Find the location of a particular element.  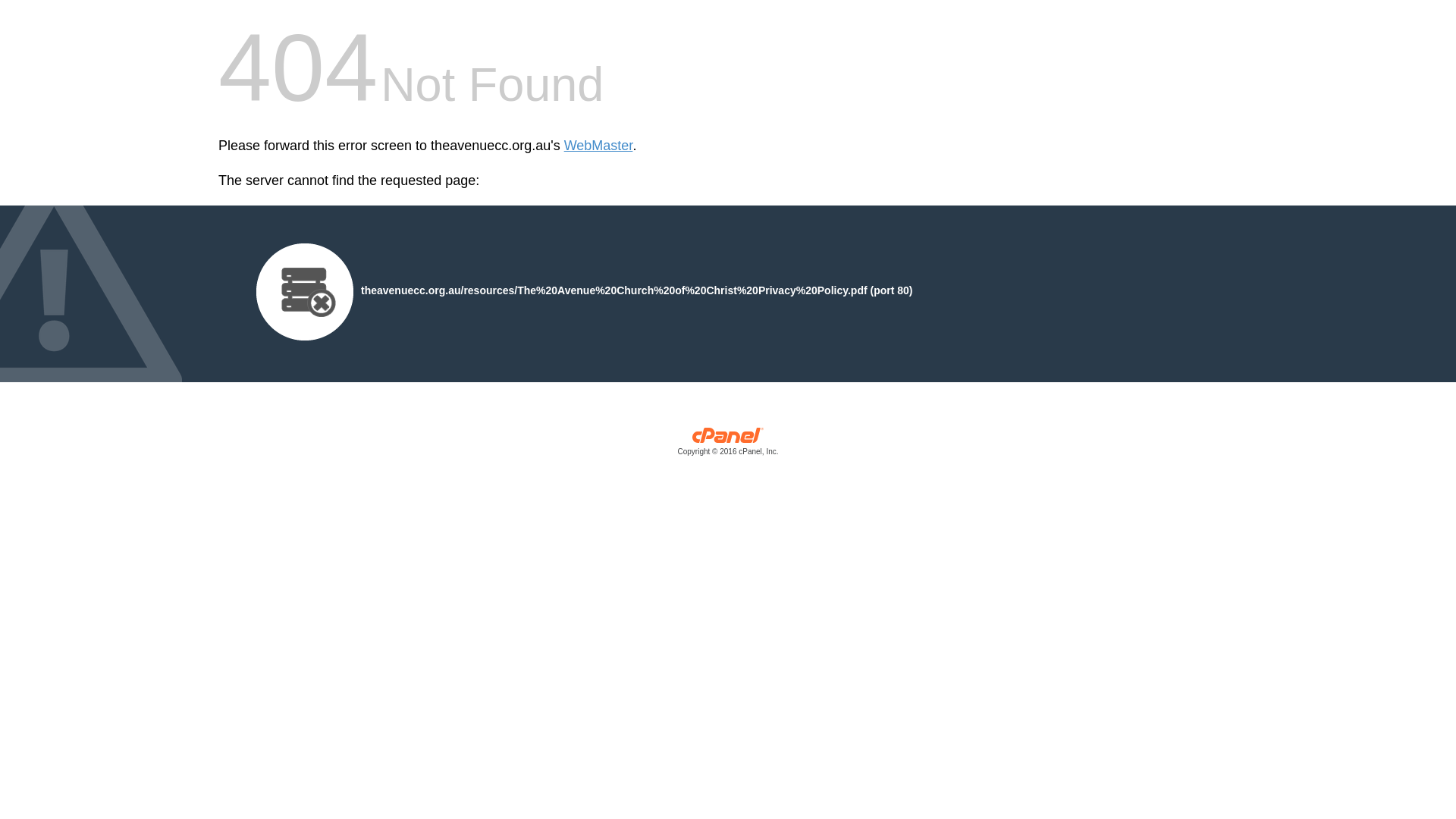

'WebMaster' is located at coordinates (598, 146).